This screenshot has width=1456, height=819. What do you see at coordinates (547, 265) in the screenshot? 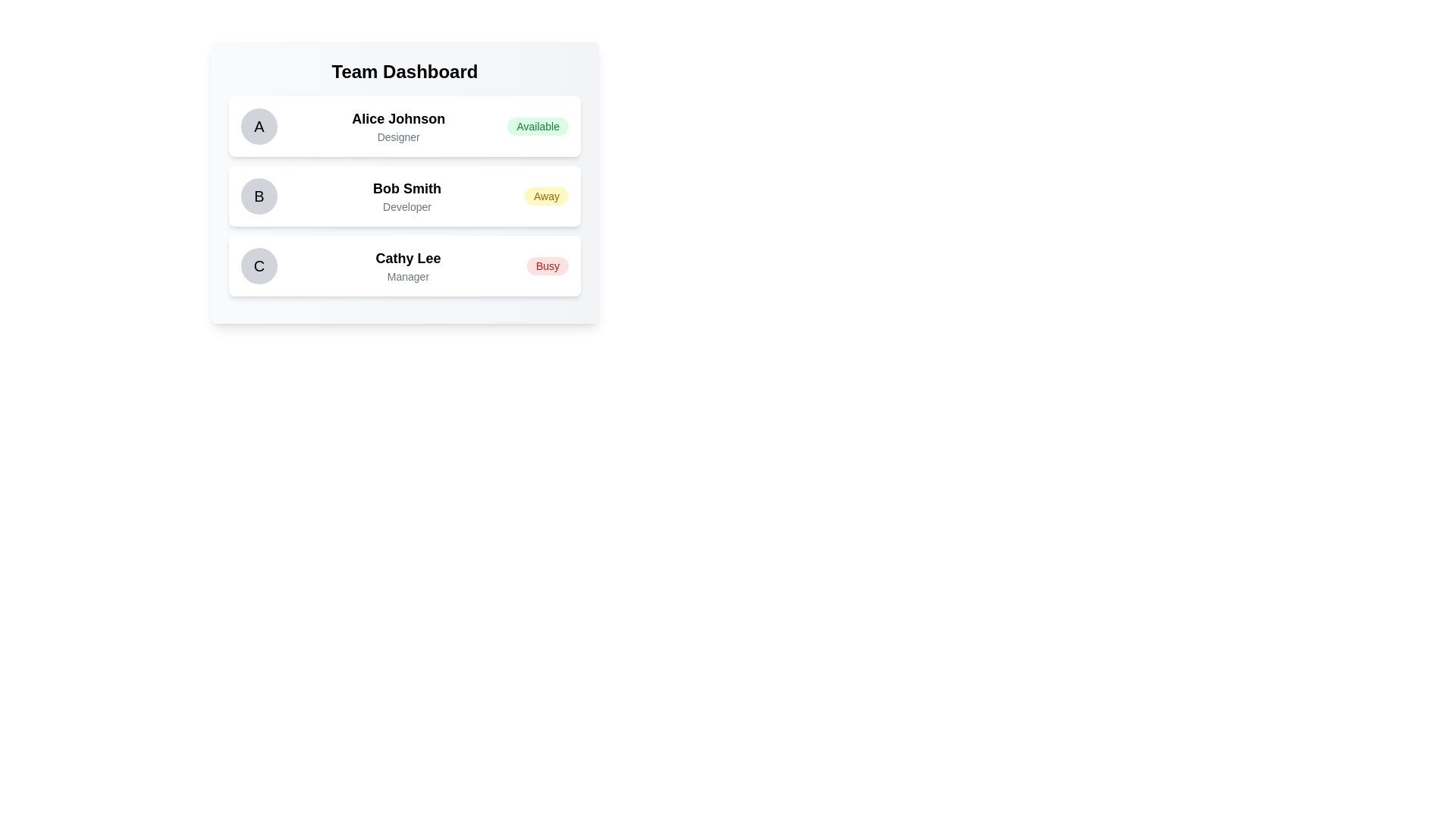
I see `the 'Busy' text label, which is styled with small, medium-weight red text on a red background and is positioned at the far right of the row for 'Cathy Lee, Manager'` at bounding box center [547, 265].